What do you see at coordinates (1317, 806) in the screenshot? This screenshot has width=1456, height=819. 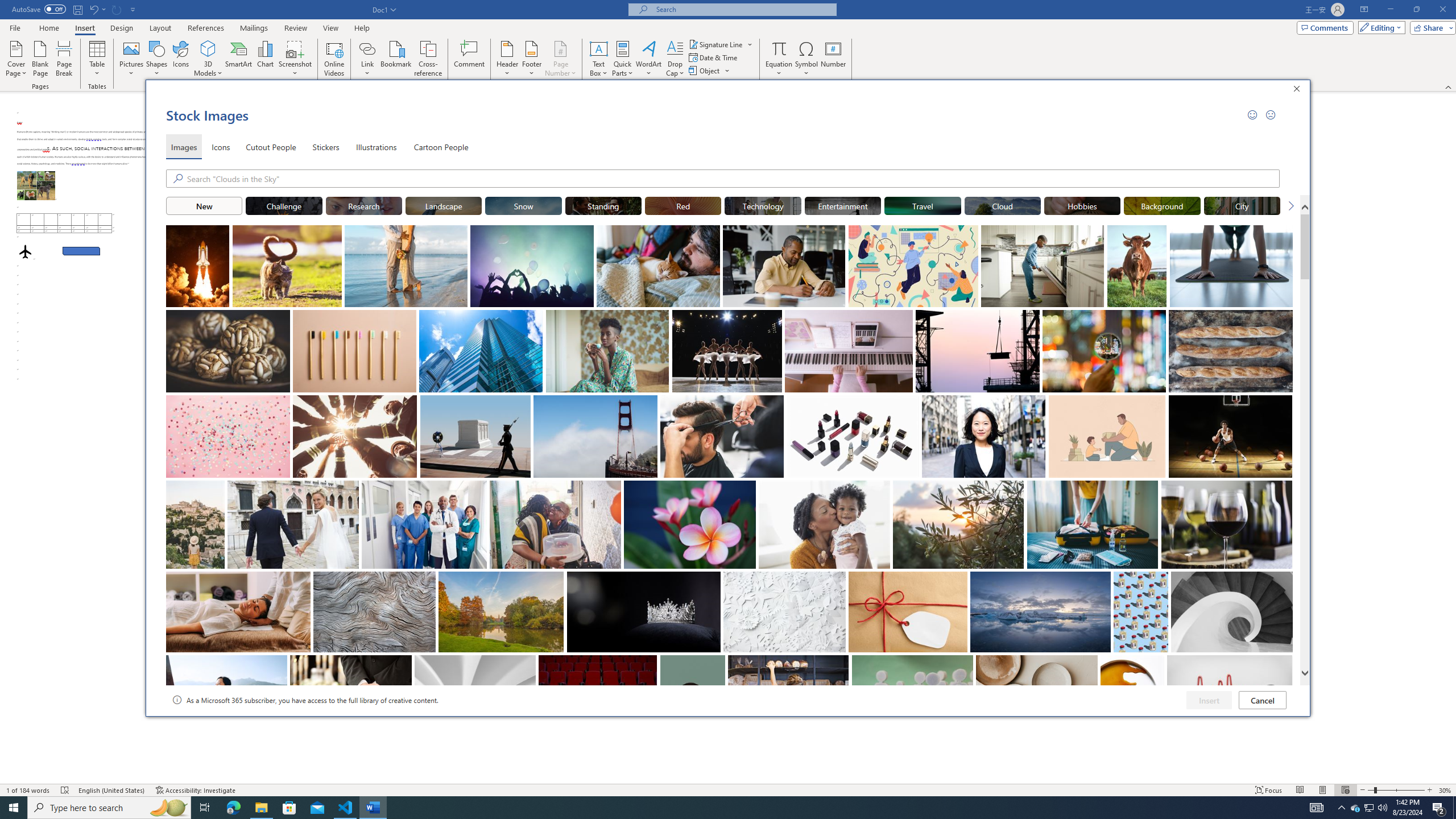 I see `'Notification Chevron'` at bounding box center [1317, 806].